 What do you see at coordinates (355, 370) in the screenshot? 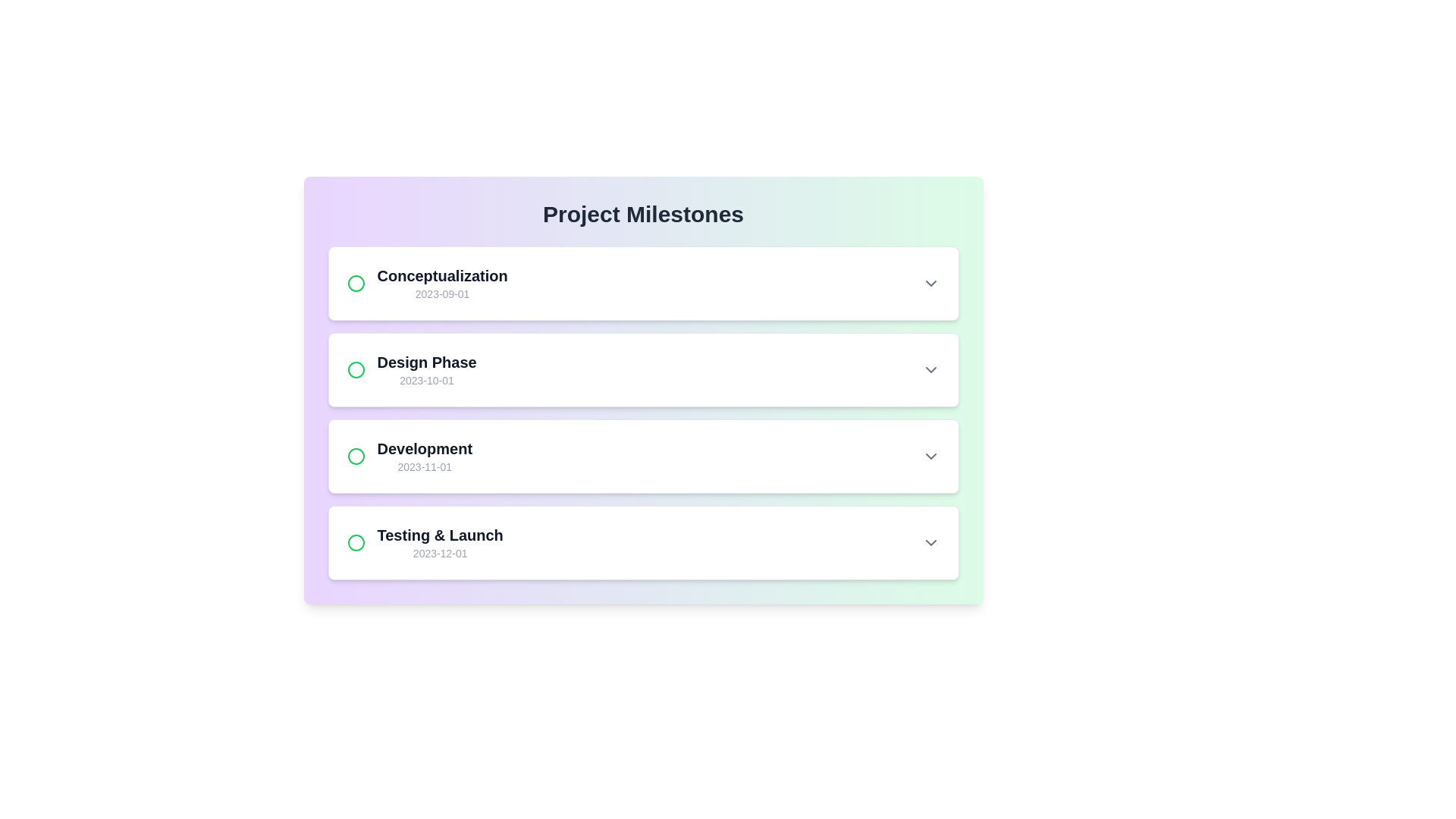
I see `the visual indicator (circle) located in the 'Design Phase' milestone section, which serves as a status indicator for the associated project milestone` at bounding box center [355, 370].